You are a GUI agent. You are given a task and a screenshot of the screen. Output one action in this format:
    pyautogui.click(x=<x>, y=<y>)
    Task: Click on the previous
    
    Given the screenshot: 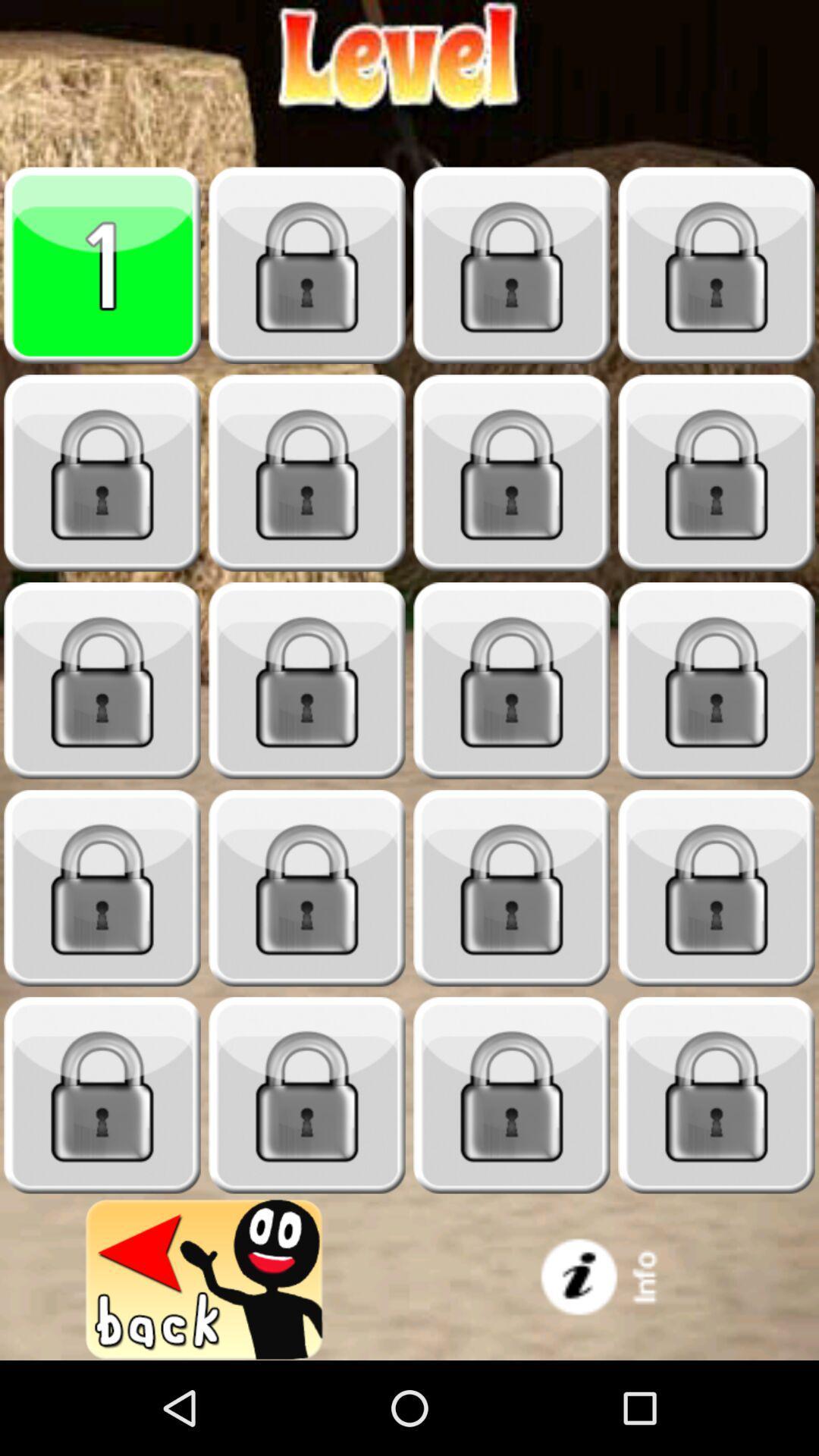 What is the action you would take?
    pyautogui.click(x=205, y=1279)
    